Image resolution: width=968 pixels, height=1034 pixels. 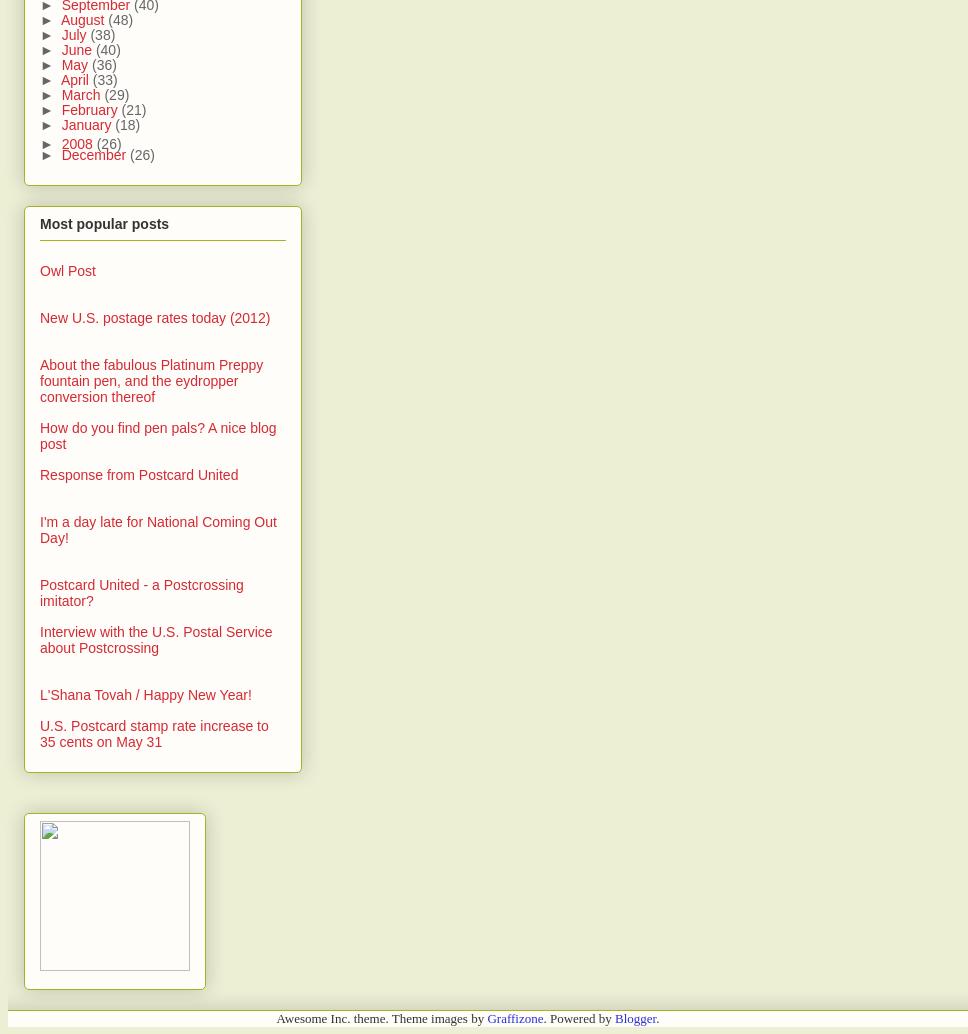 What do you see at coordinates (90, 34) in the screenshot?
I see `'(38)'` at bounding box center [90, 34].